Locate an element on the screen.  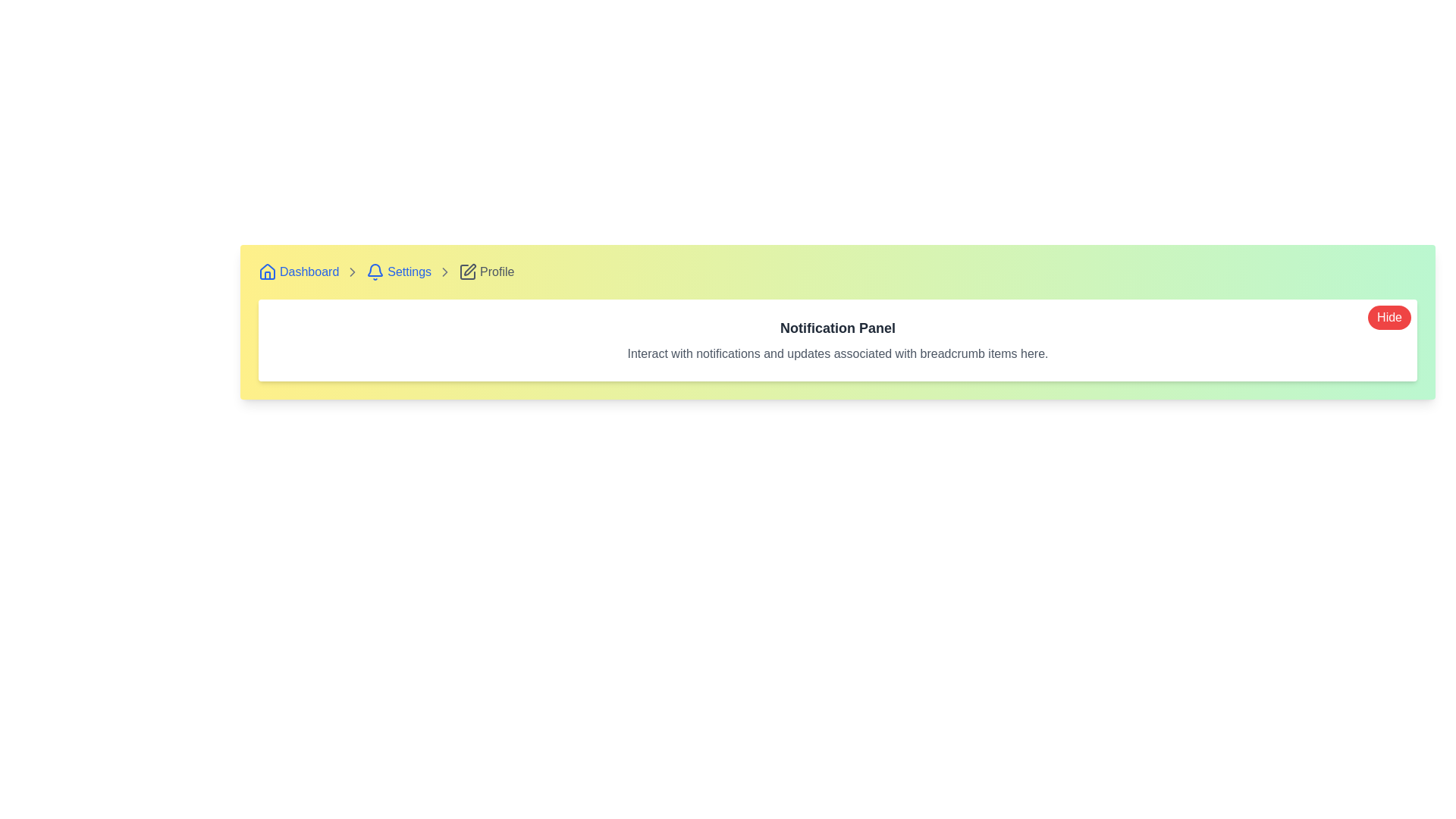
the chevron-shaped icon pointing to the right, which is styled in gray and located to the right of the 'Dashboard' label in the breadcrumb navigation bar is located at coordinates (352, 271).